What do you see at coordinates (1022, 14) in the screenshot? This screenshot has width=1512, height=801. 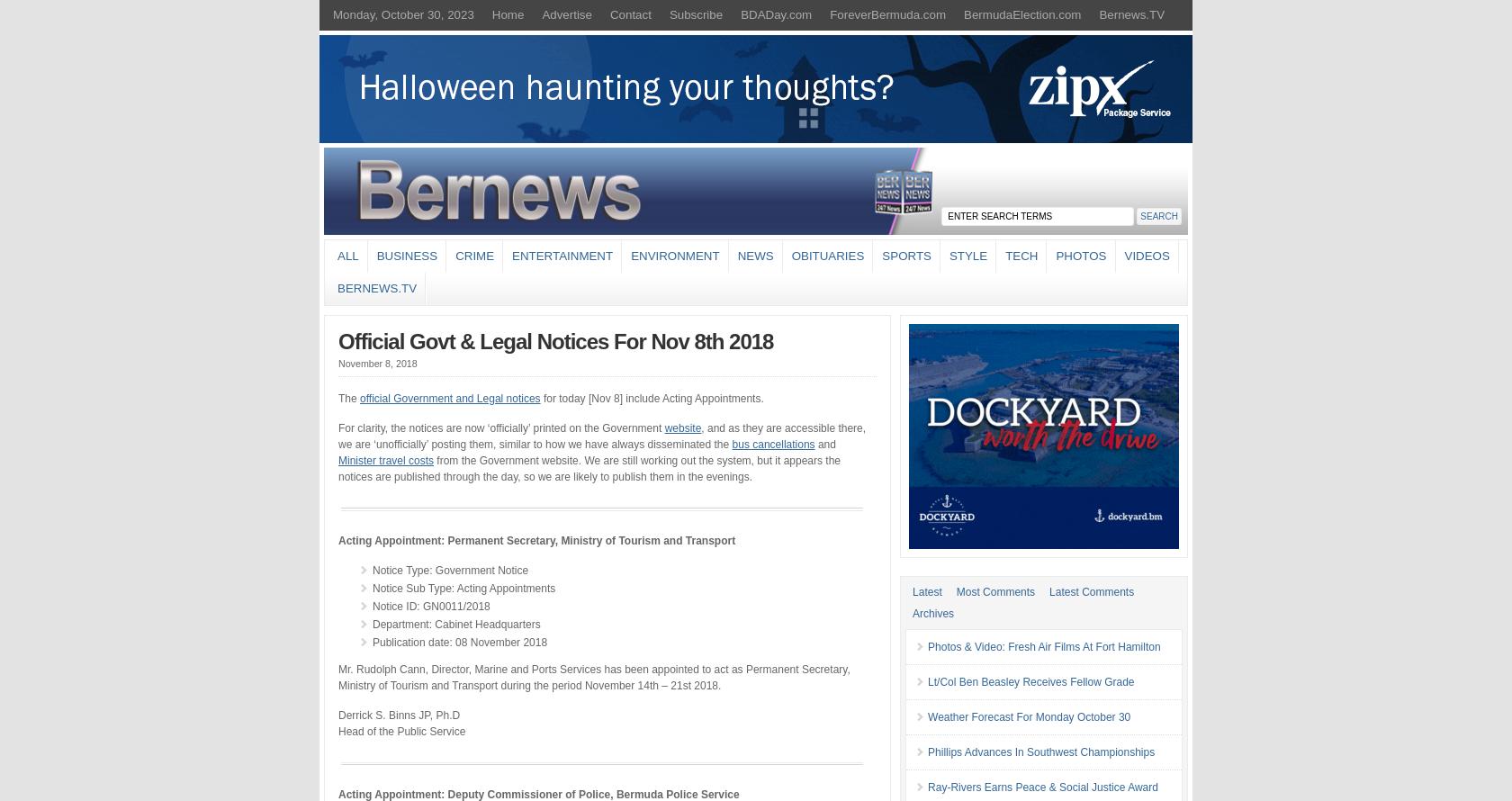 I see `'BermudaElection.com'` at bounding box center [1022, 14].